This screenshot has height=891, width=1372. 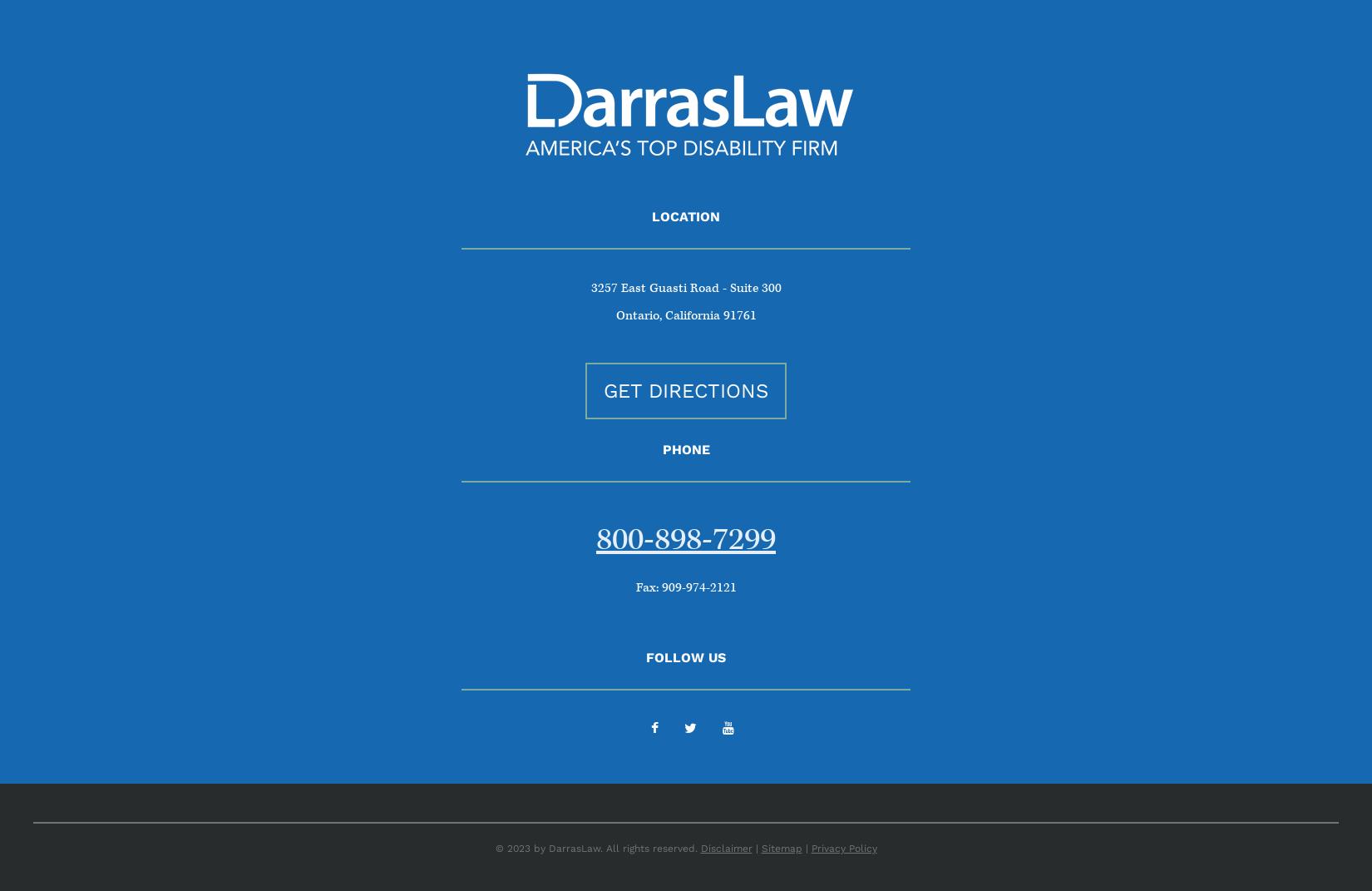 I want to click on 'Sitemap', so click(x=781, y=847).